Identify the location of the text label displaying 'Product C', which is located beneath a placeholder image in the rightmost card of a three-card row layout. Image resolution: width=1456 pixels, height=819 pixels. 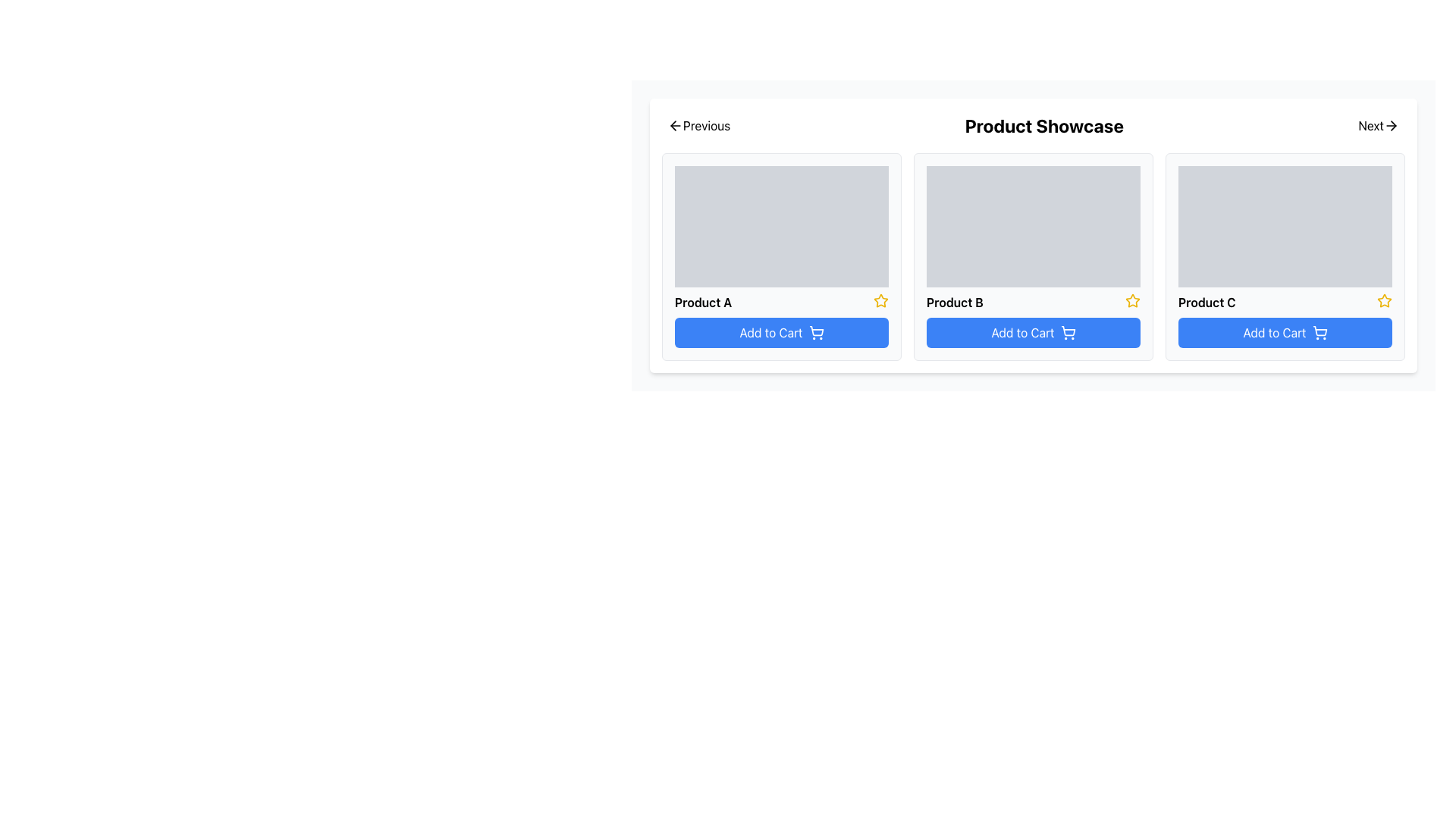
(1206, 302).